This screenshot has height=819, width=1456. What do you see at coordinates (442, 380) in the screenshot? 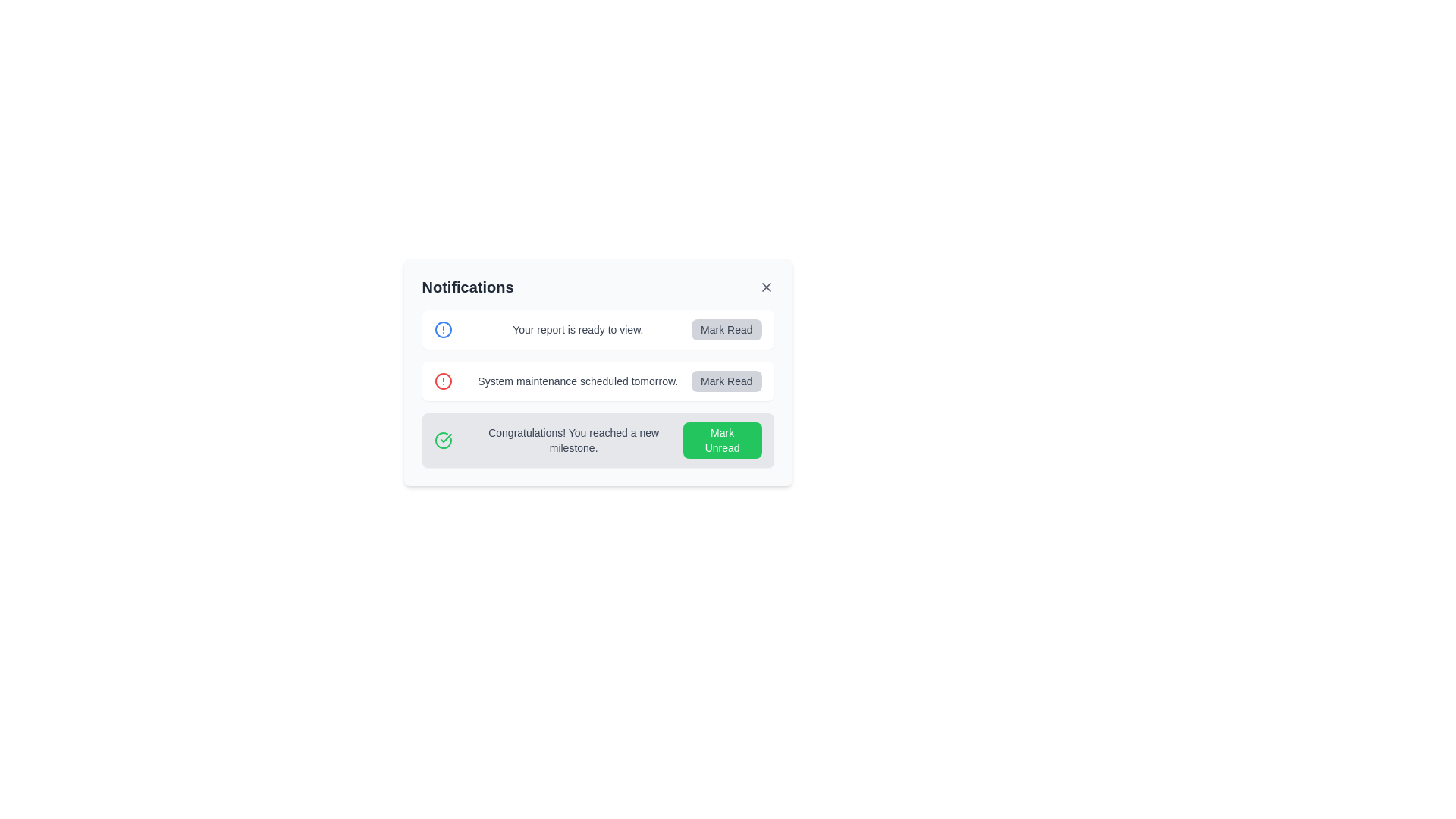
I see `the notification icon that indicates priority or importance, located to the left of the text 'System maintenance scheduled tomorrow.'` at bounding box center [442, 380].